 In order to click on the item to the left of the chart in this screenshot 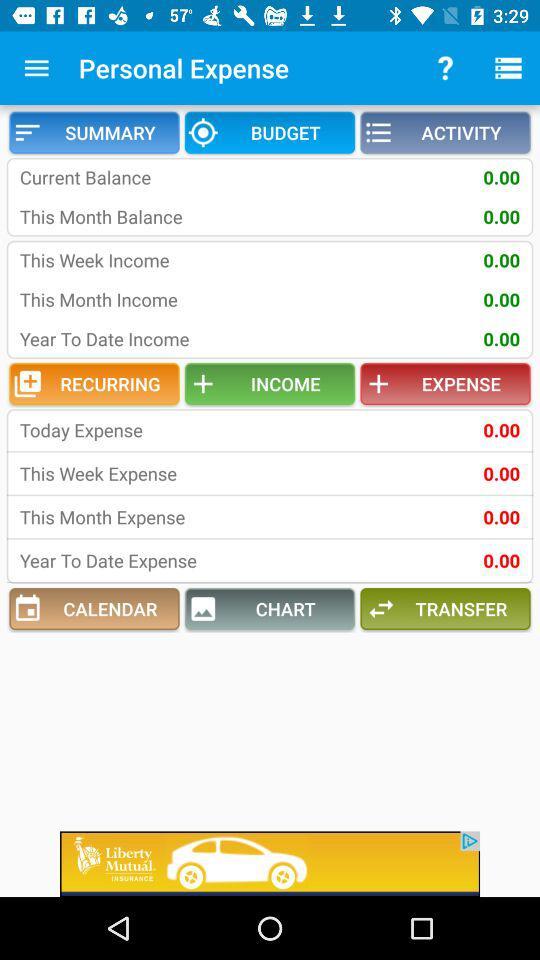, I will do `click(93, 608)`.